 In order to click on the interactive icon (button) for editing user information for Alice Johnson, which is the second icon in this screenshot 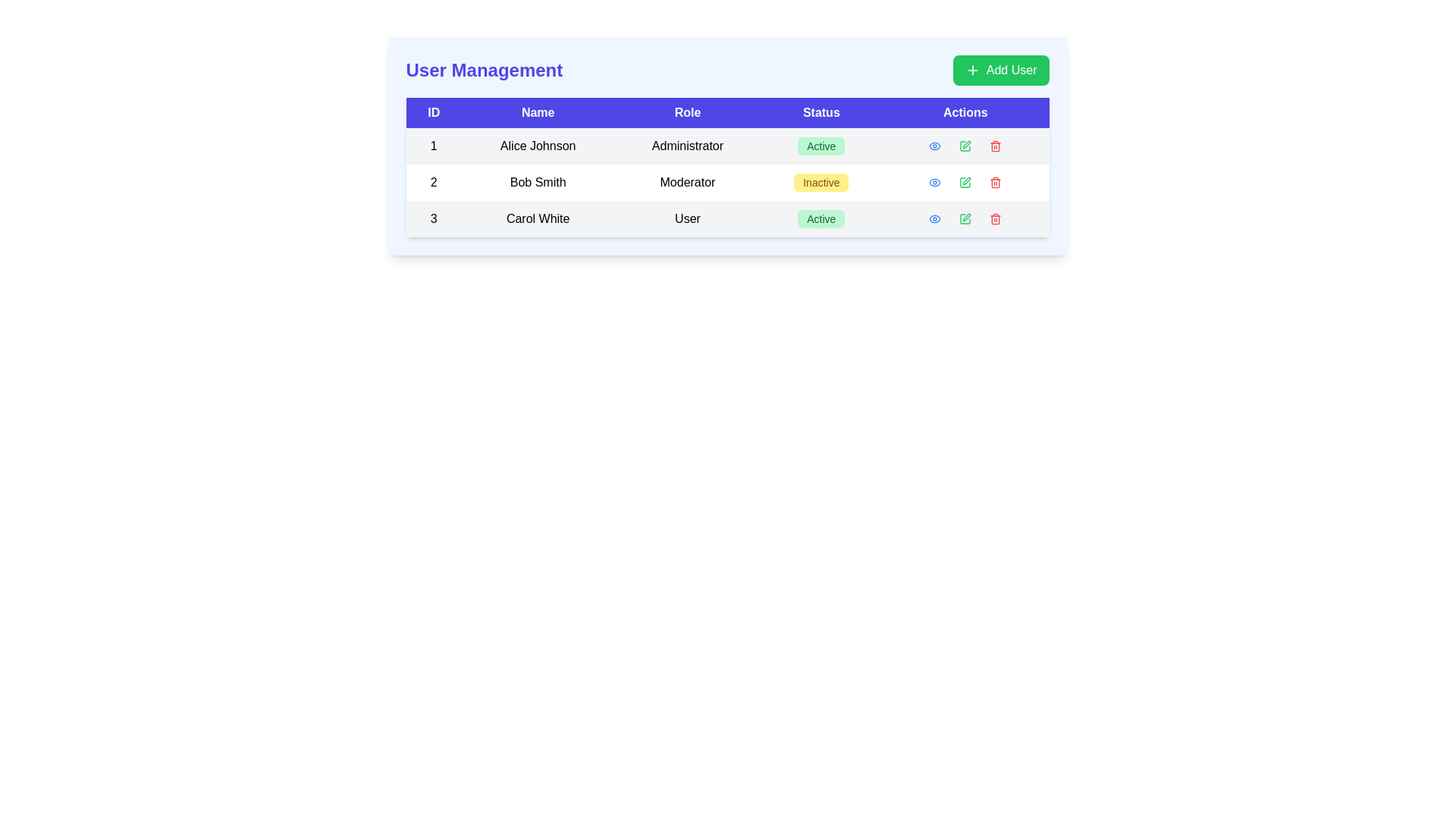, I will do `click(964, 146)`.